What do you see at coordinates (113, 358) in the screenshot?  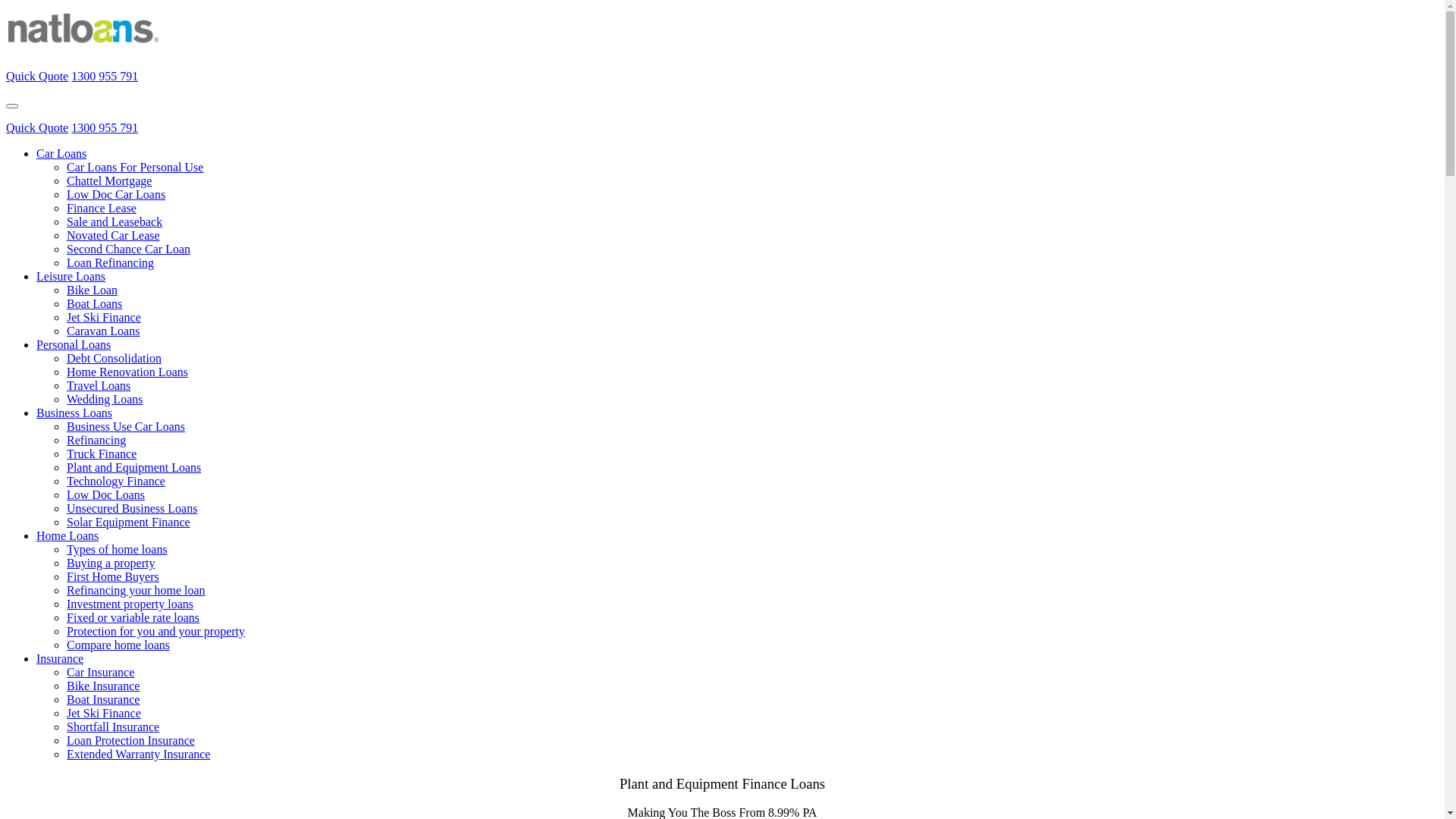 I see `'Debt Consolidation'` at bounding box center [113, 358].